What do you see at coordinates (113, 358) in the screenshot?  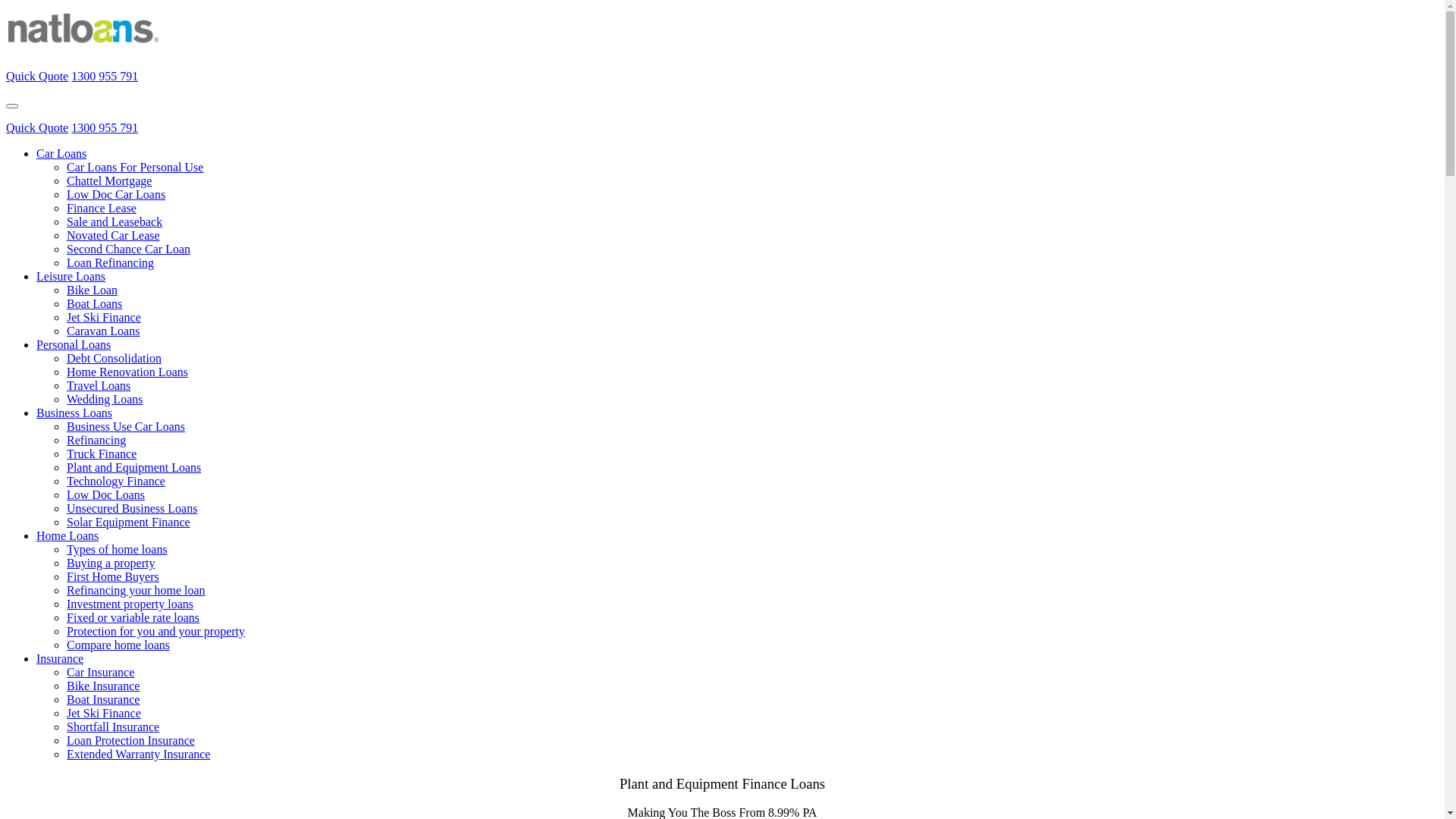 I see `'Debt Consolidation'` at bounding box center [113, 358].